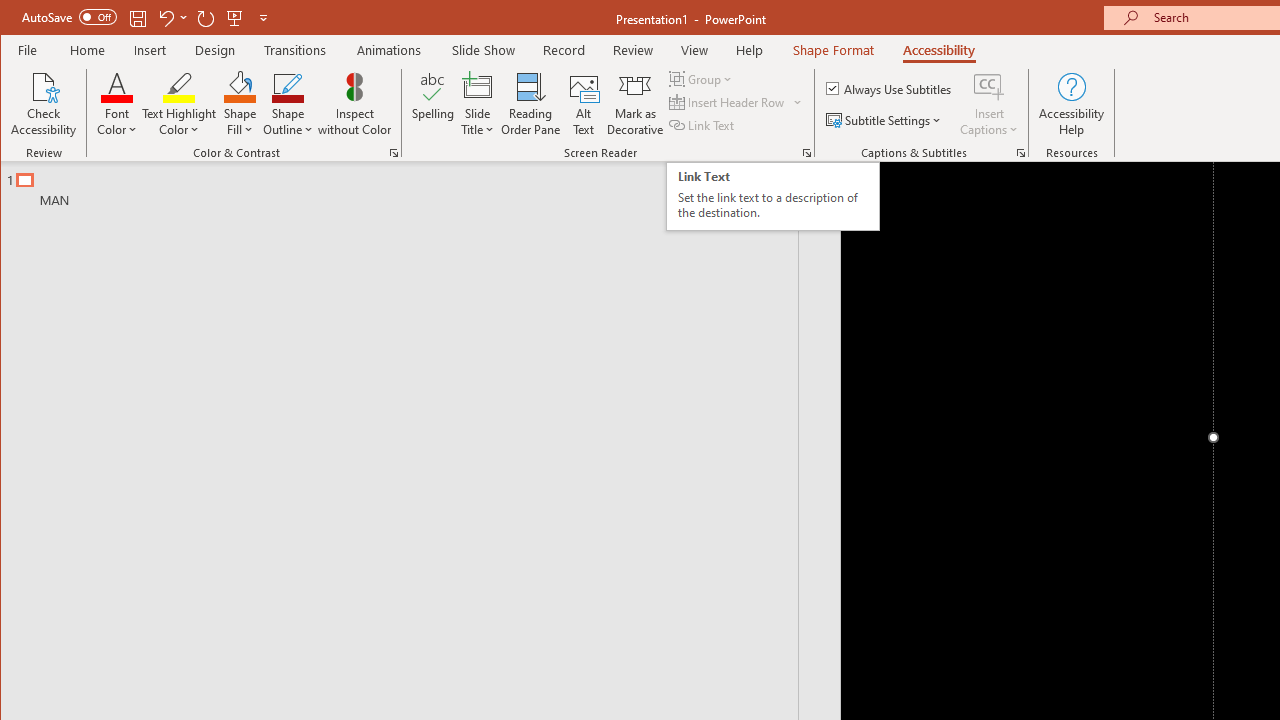 The height and width of the screenshot is (720, 1280). What do you see at coordinates (735, 102) in the screenshot?
I see `'Insert Header Row'` at bounding box center [735, 102].